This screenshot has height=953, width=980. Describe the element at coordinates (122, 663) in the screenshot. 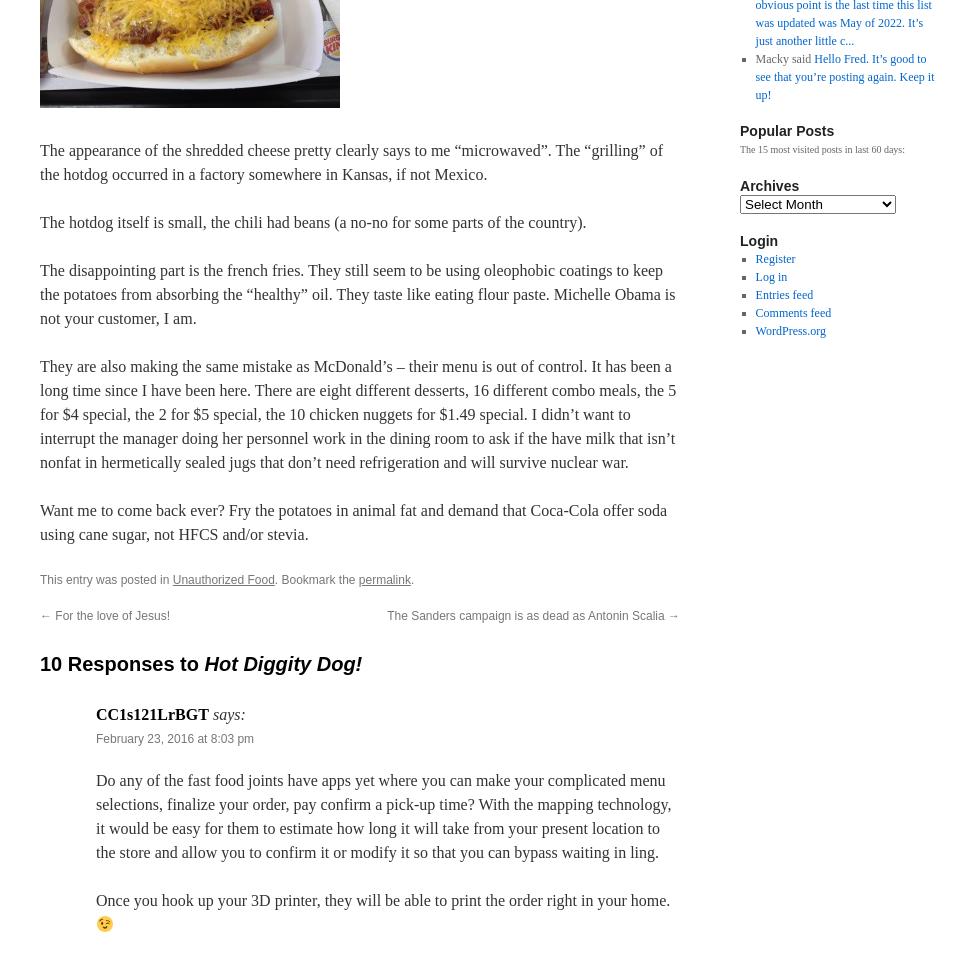

I see `'10 Responses to'` at that location.